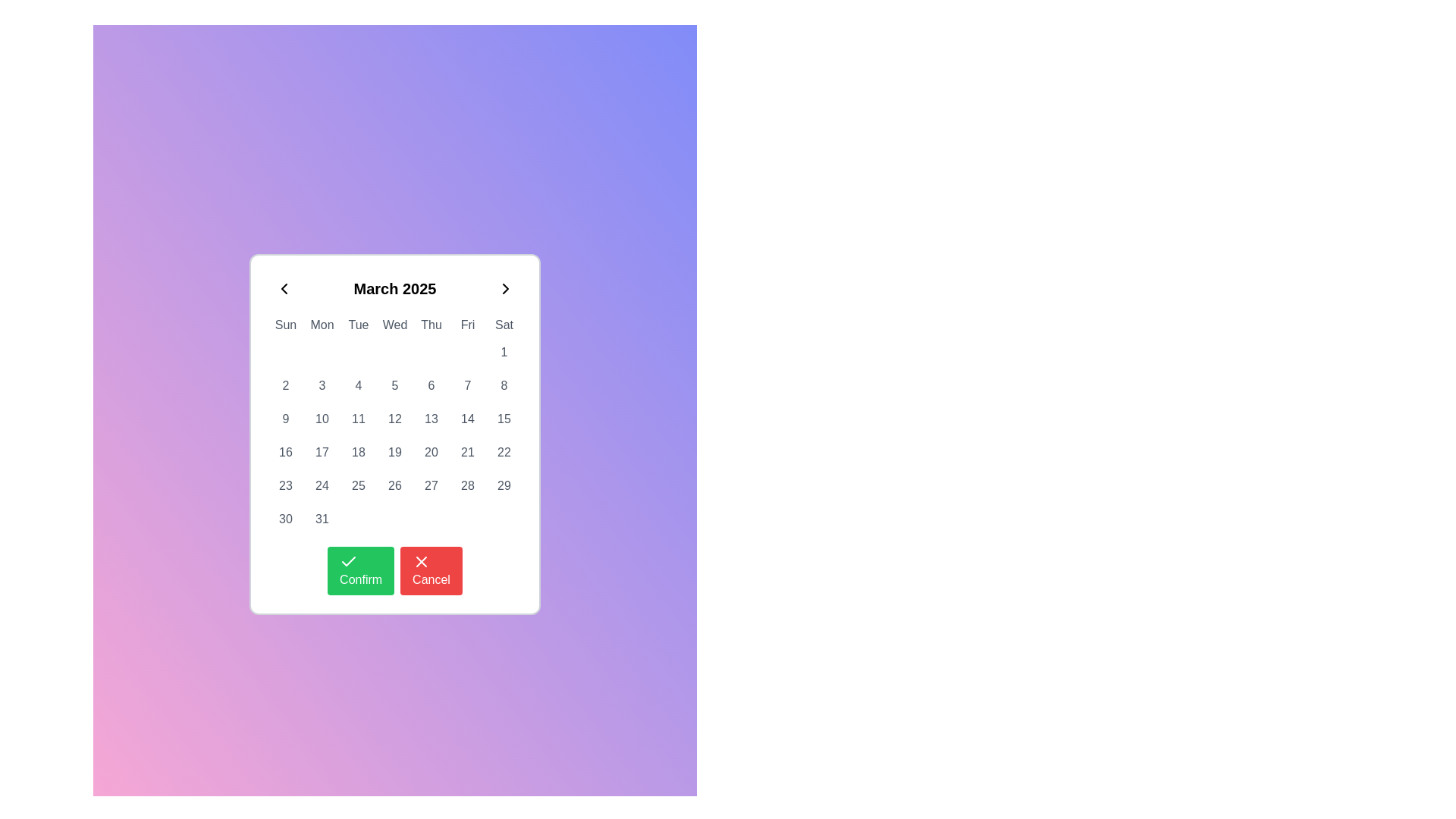  Describe the element at coordinates (467, 485) in the screenshot. I see `the calendar date selector button located in the sixth row of the grid, which is the seventh item in the row containing dates 23 to 29` at that location.